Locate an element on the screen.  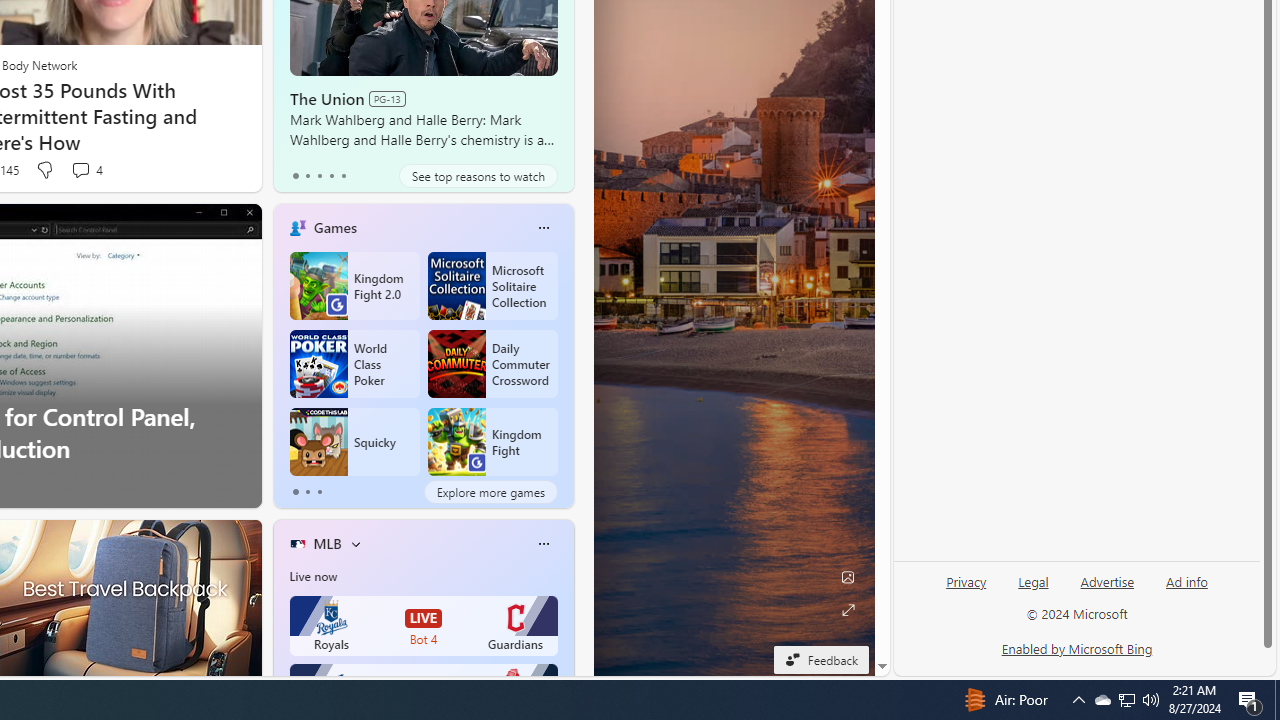
'MLB' is located at coordinates (327, 543).